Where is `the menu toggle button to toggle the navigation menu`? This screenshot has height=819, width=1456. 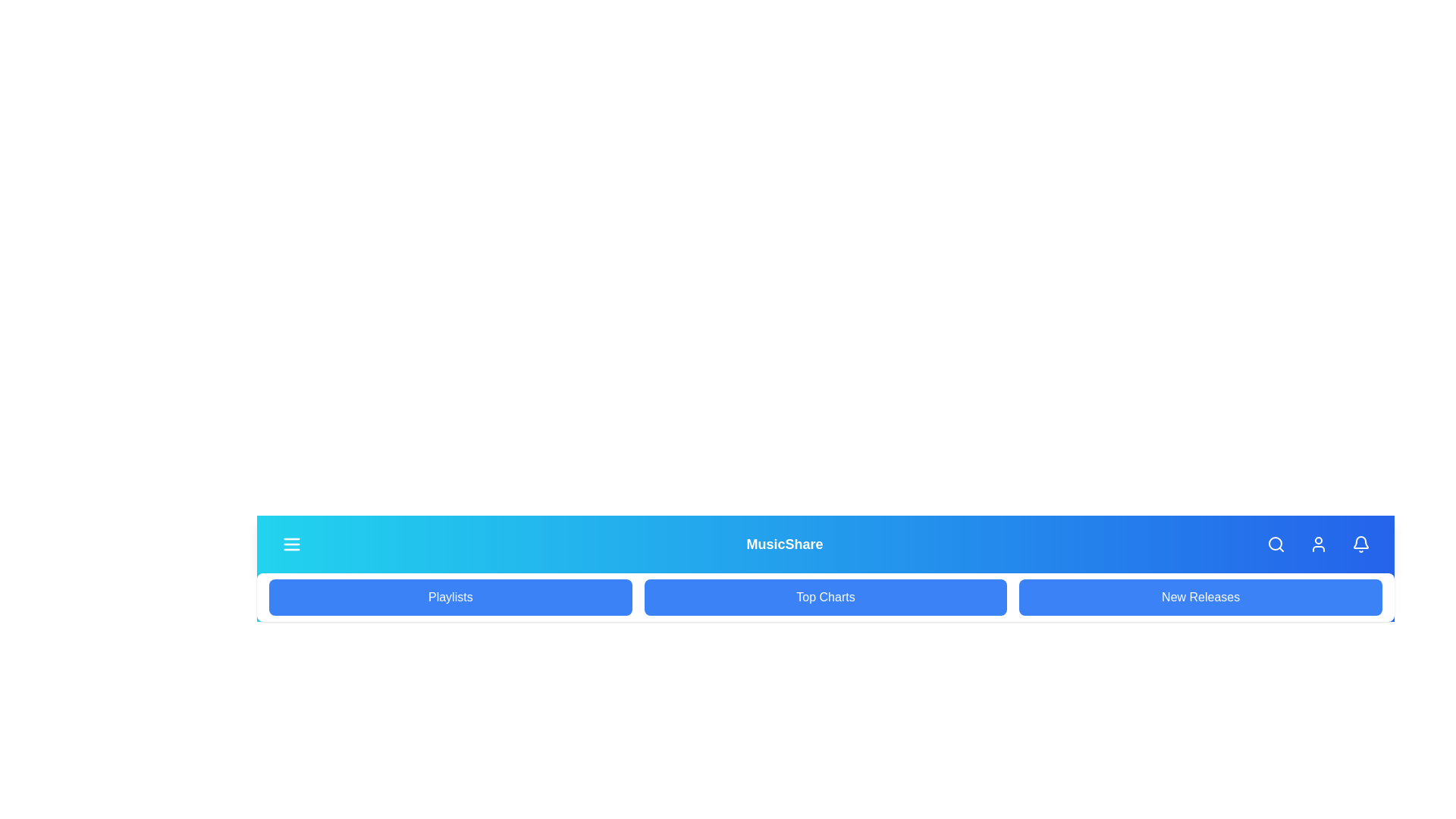
the menu toggle button to toggle the navigation menu is located at coordinates (291, 543).